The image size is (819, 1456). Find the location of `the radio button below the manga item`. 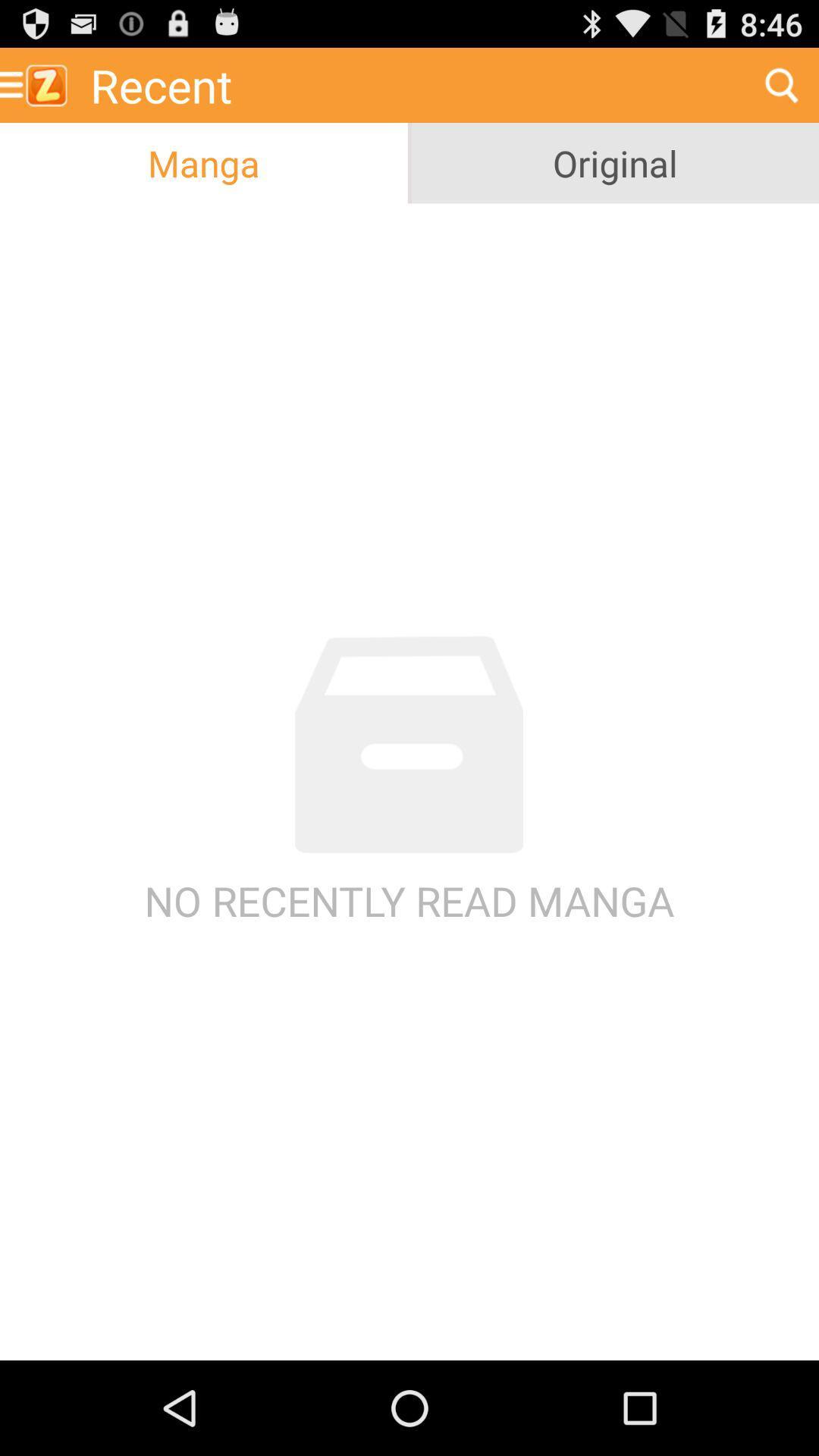

the radio button below the manga item is located at coordinates (409, 782).